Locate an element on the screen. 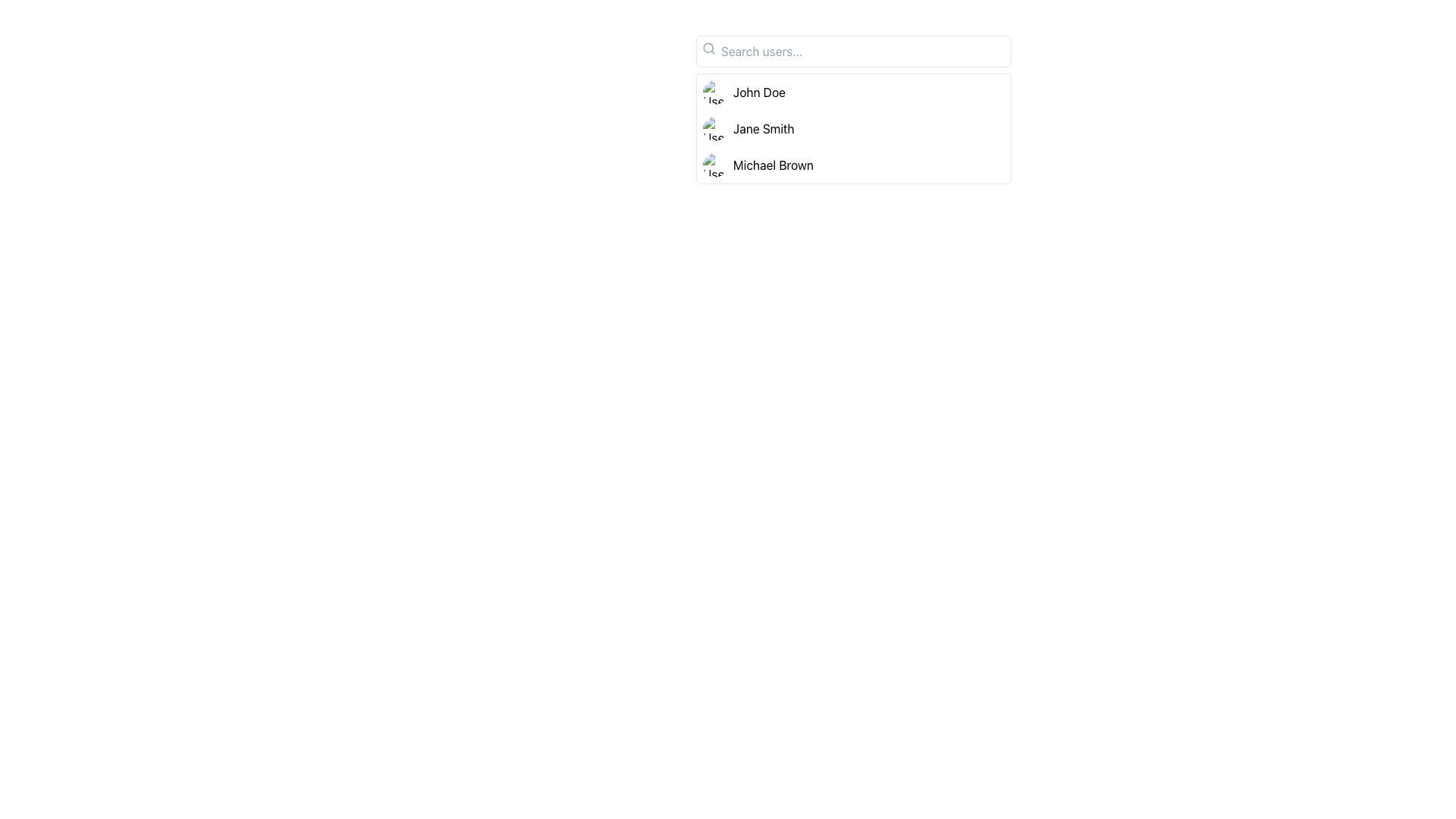  the user avatar image for 'John Doe', which is located at the top-left corner of his entry in the user list is located at coordinates (714, 93).